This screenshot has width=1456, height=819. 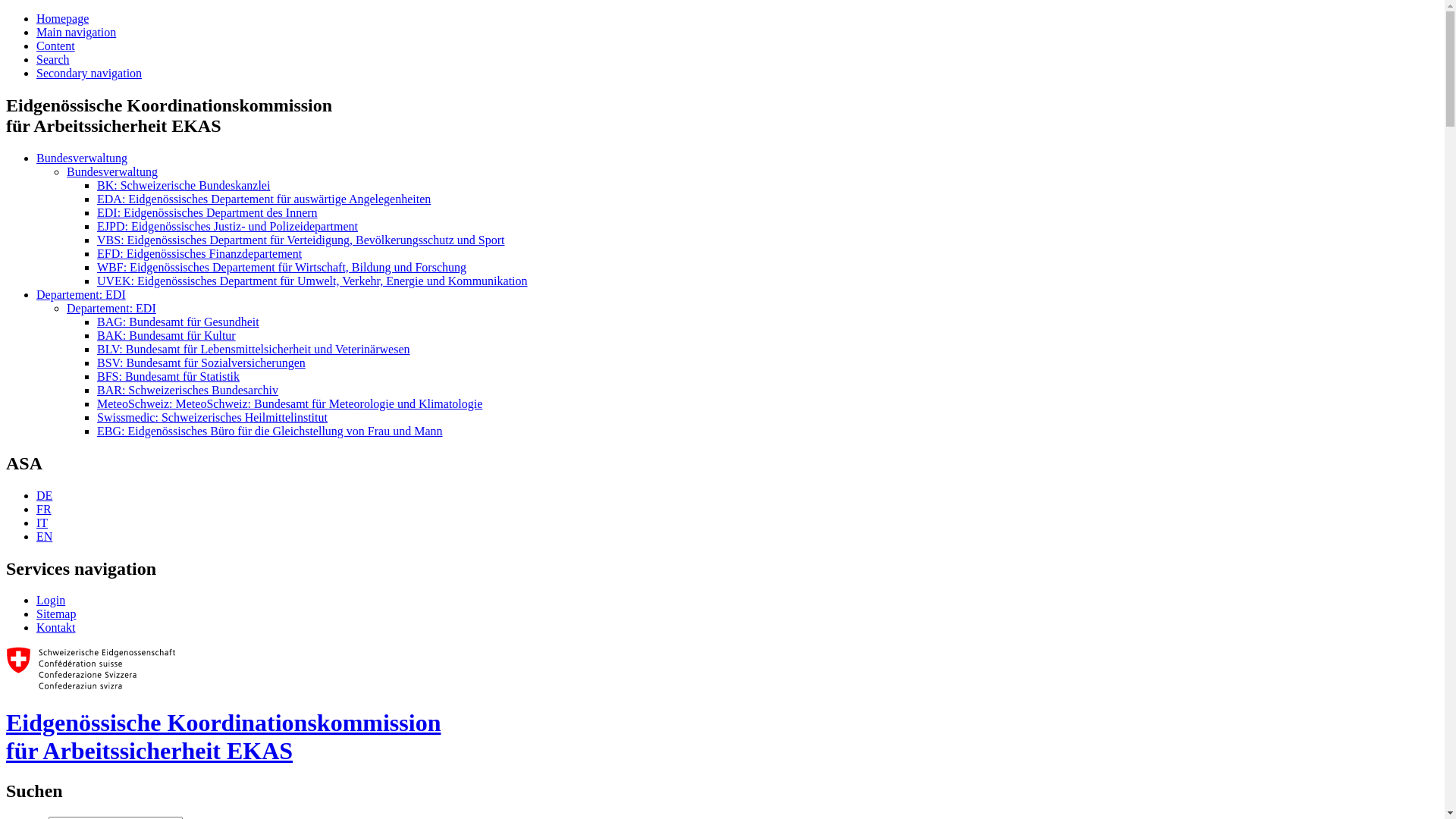 What do you see at coordinates (65, 307) in the screenshot?
I see `'Departement: EDI'` at bounding box center [65, 307].